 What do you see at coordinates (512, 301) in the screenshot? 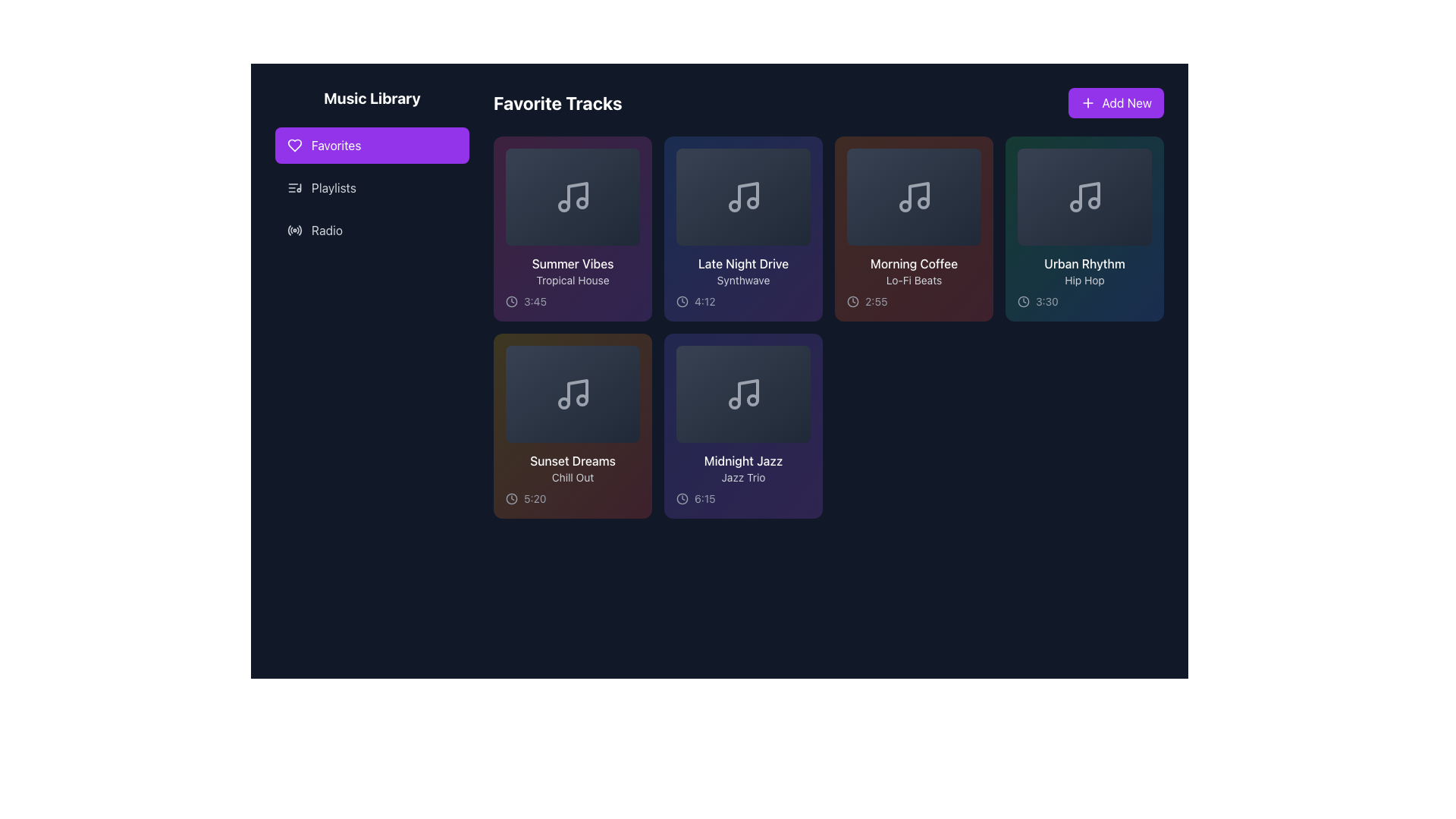
I see `the circular clock icon representing the 'Summer Vibes' card, located at the top left corner of the card` at bounding box center [512, 301].